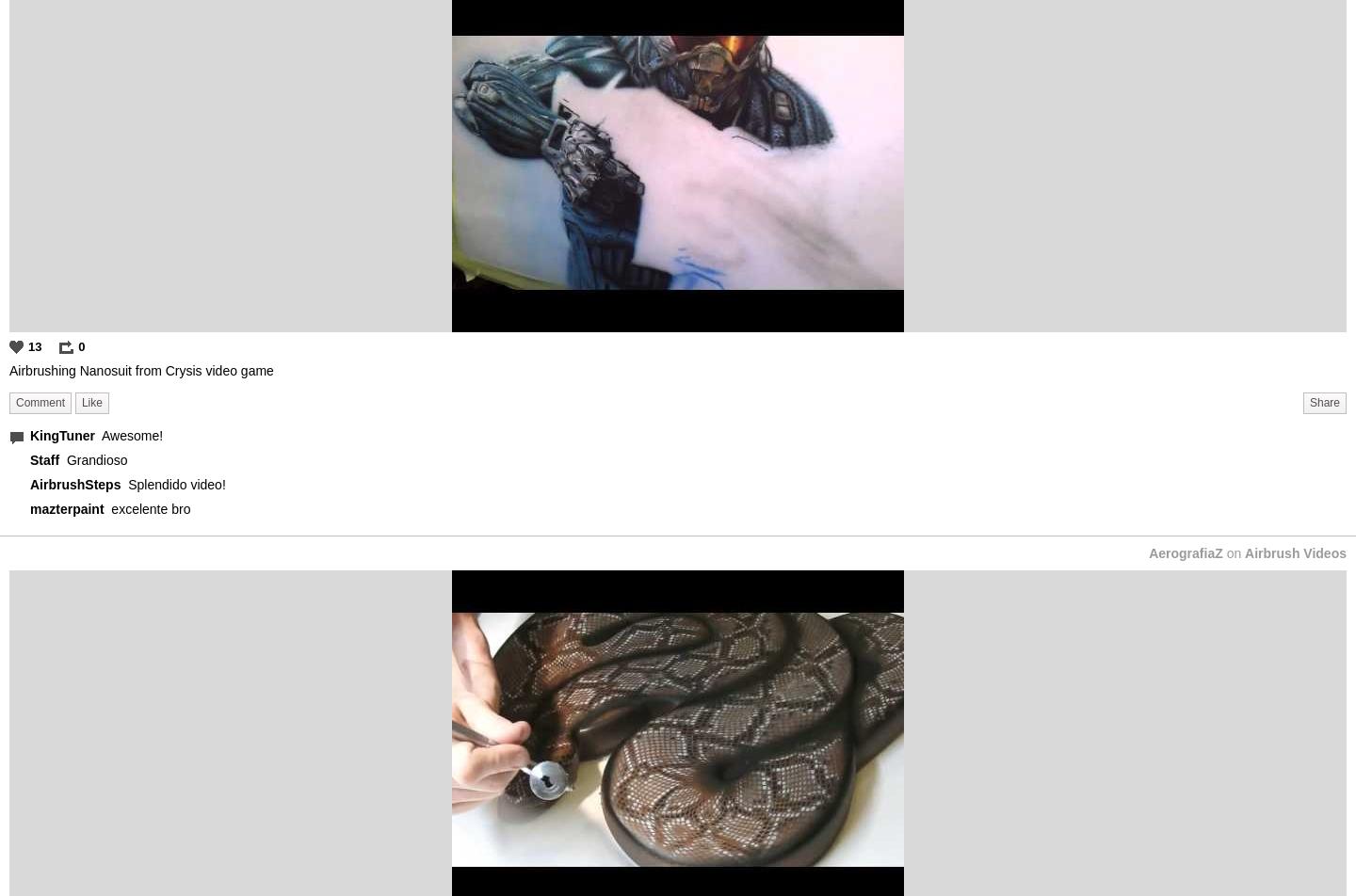 The width and height of the screenshot is (1356, 896). What do you see at coordinates (75, 483) in the screenshot?
I see `'AirbrushSteps'` at bounding box center [75, 483].